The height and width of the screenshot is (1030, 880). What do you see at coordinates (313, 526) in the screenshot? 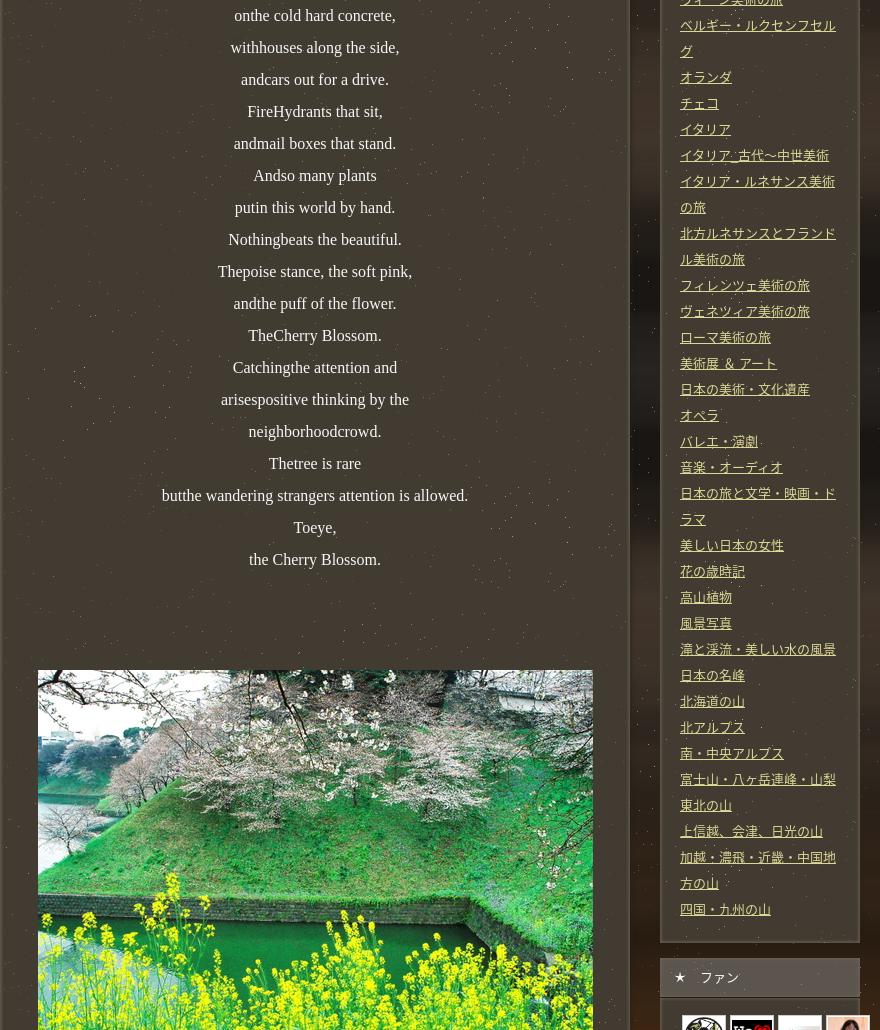
I see `'Toeye,'` at bounding box center [313, 526].